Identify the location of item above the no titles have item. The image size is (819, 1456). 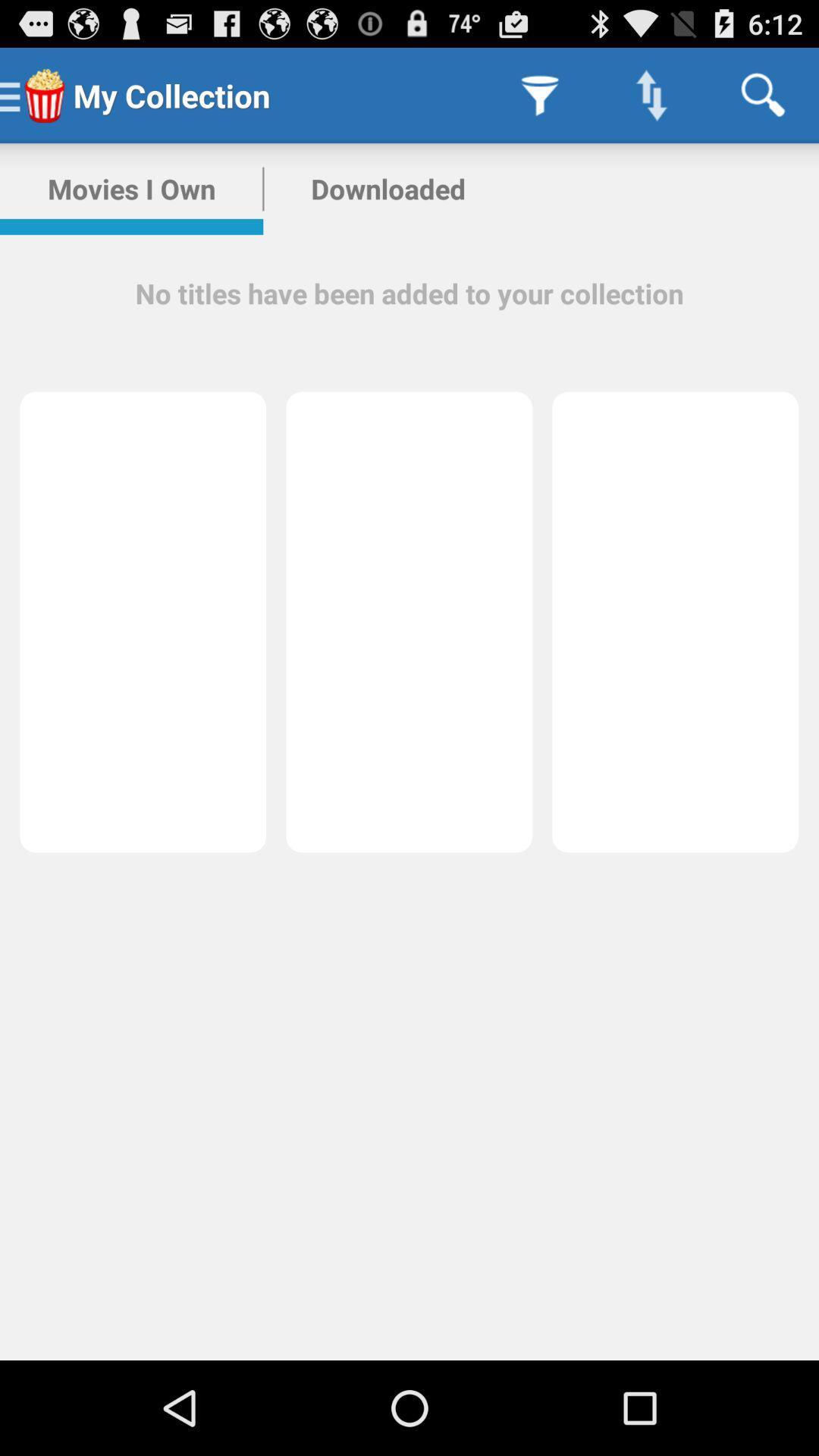
(388, 188).